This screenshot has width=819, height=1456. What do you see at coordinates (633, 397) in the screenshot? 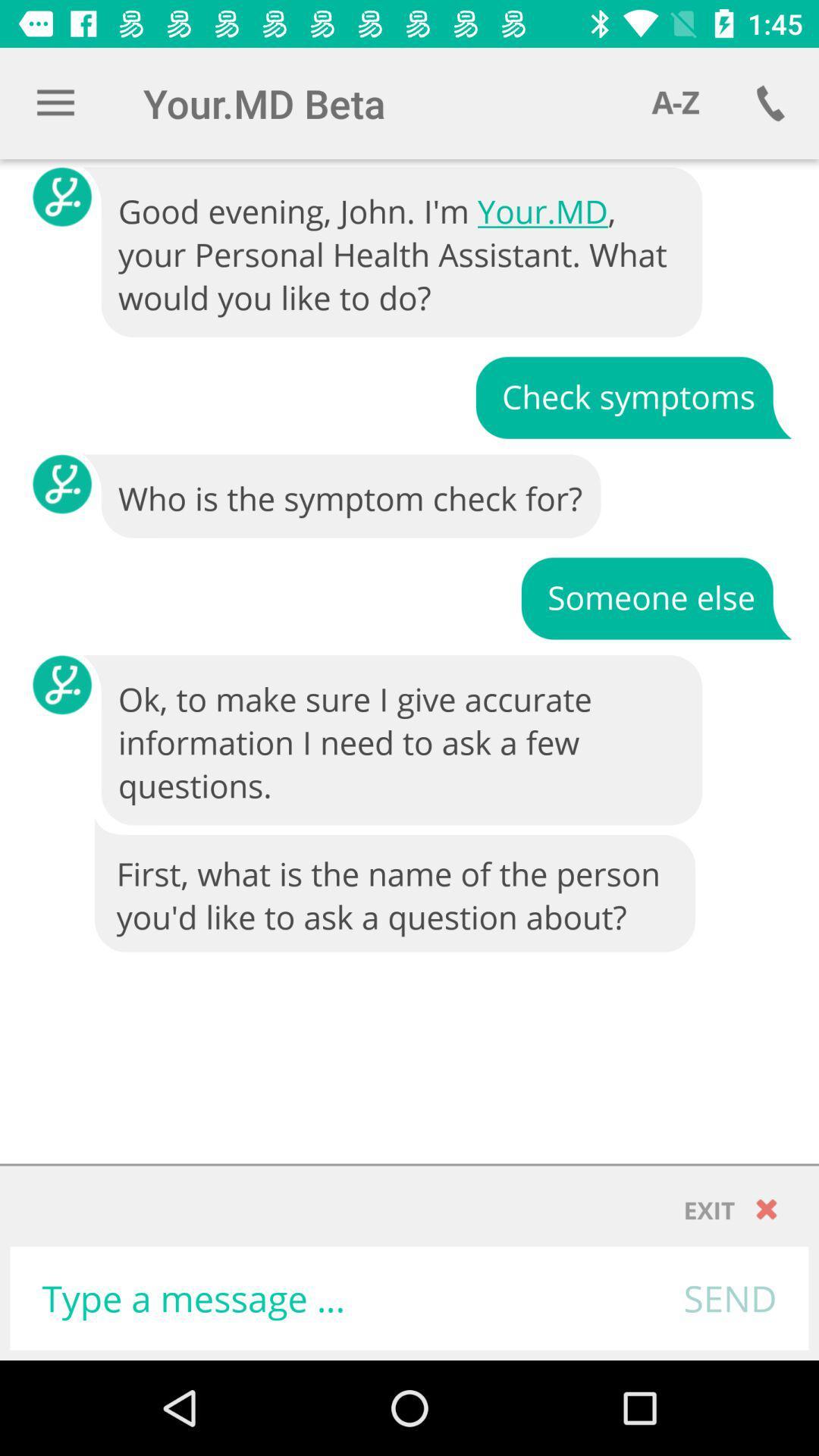
I see `the item below good evening john` at bounding box center [633, 397].